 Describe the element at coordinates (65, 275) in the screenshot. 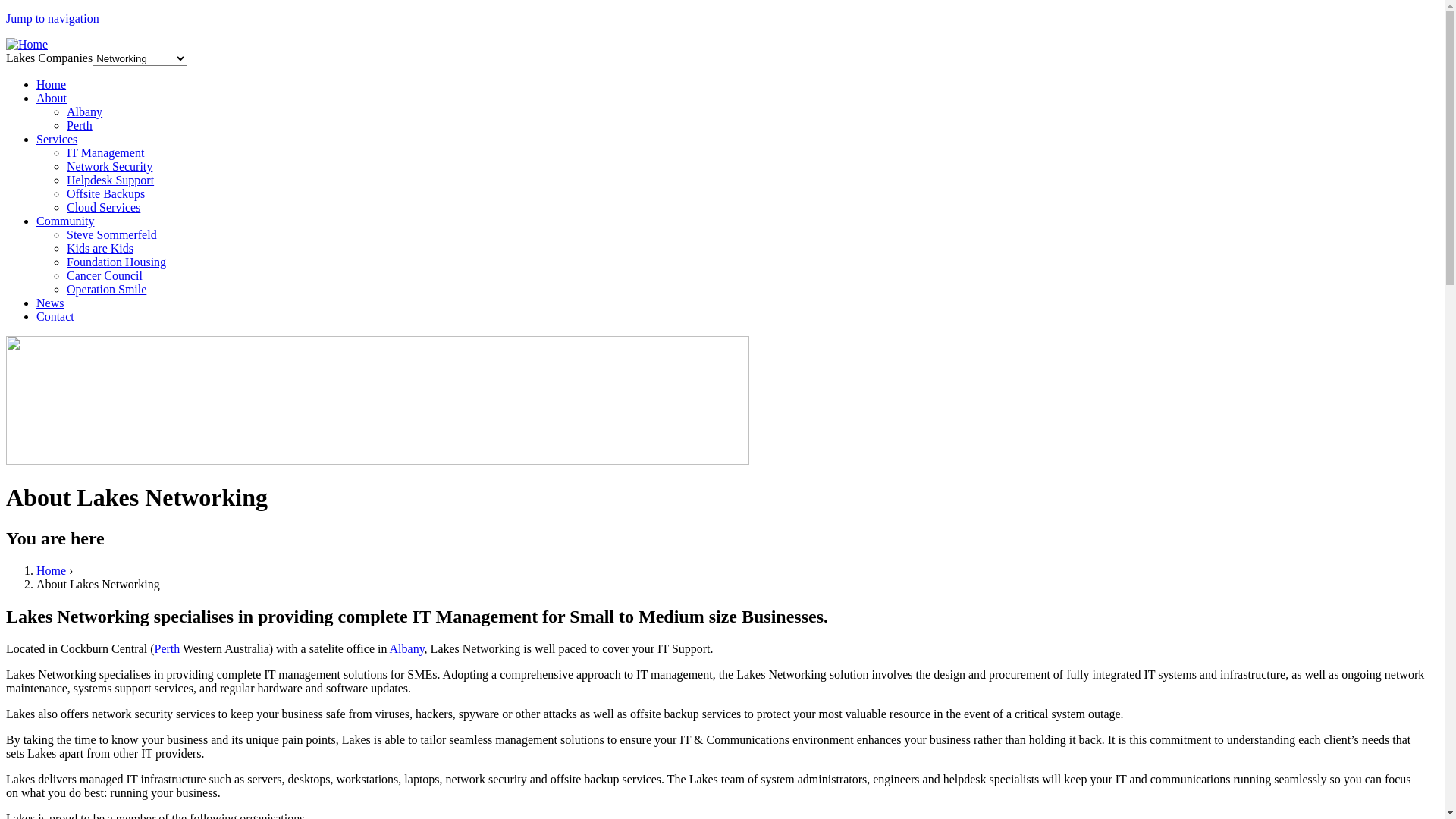

I see `'Cancer Council'` at that location.